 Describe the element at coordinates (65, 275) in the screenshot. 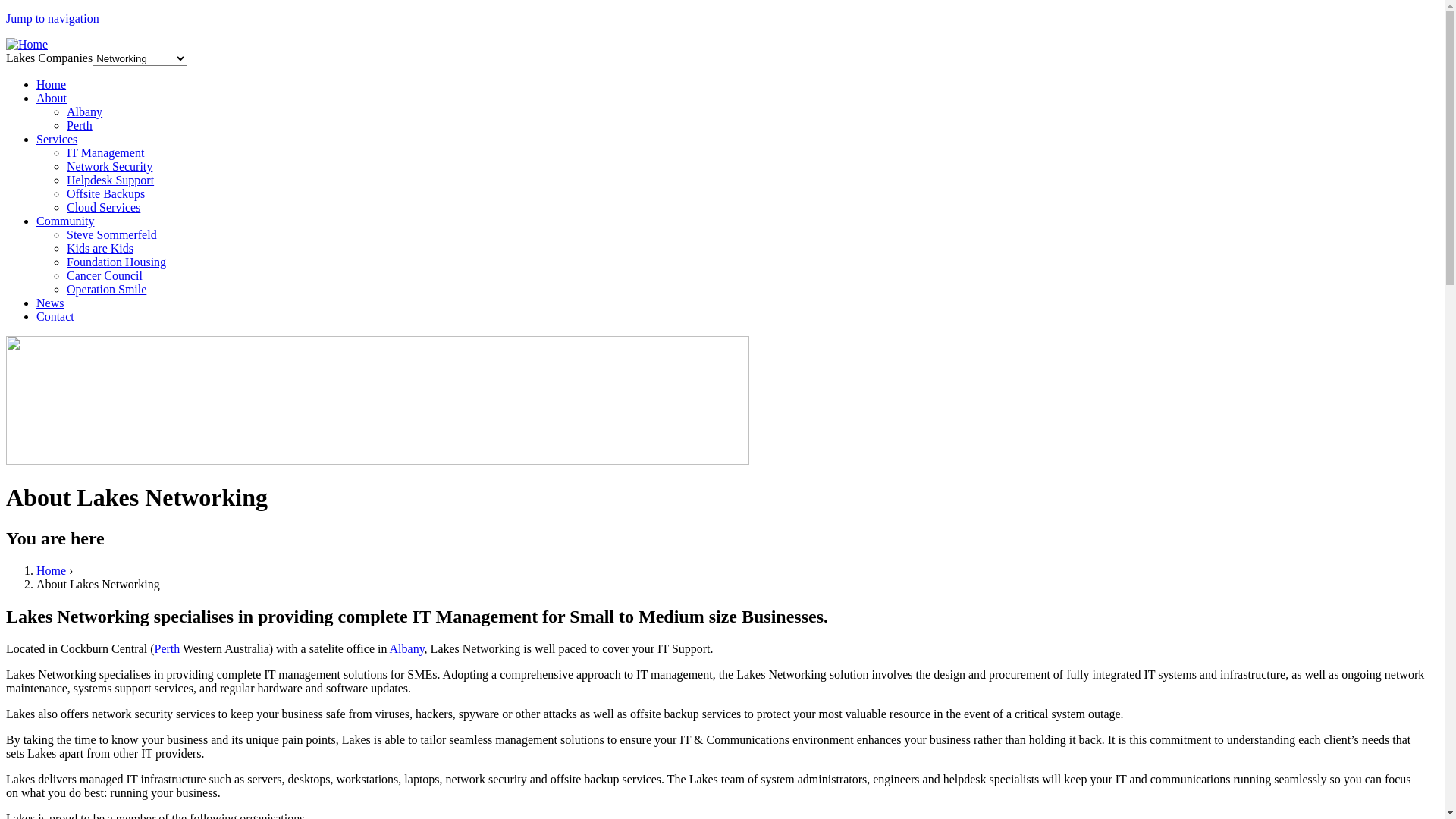

I see `'Cancer Council'` at that location.